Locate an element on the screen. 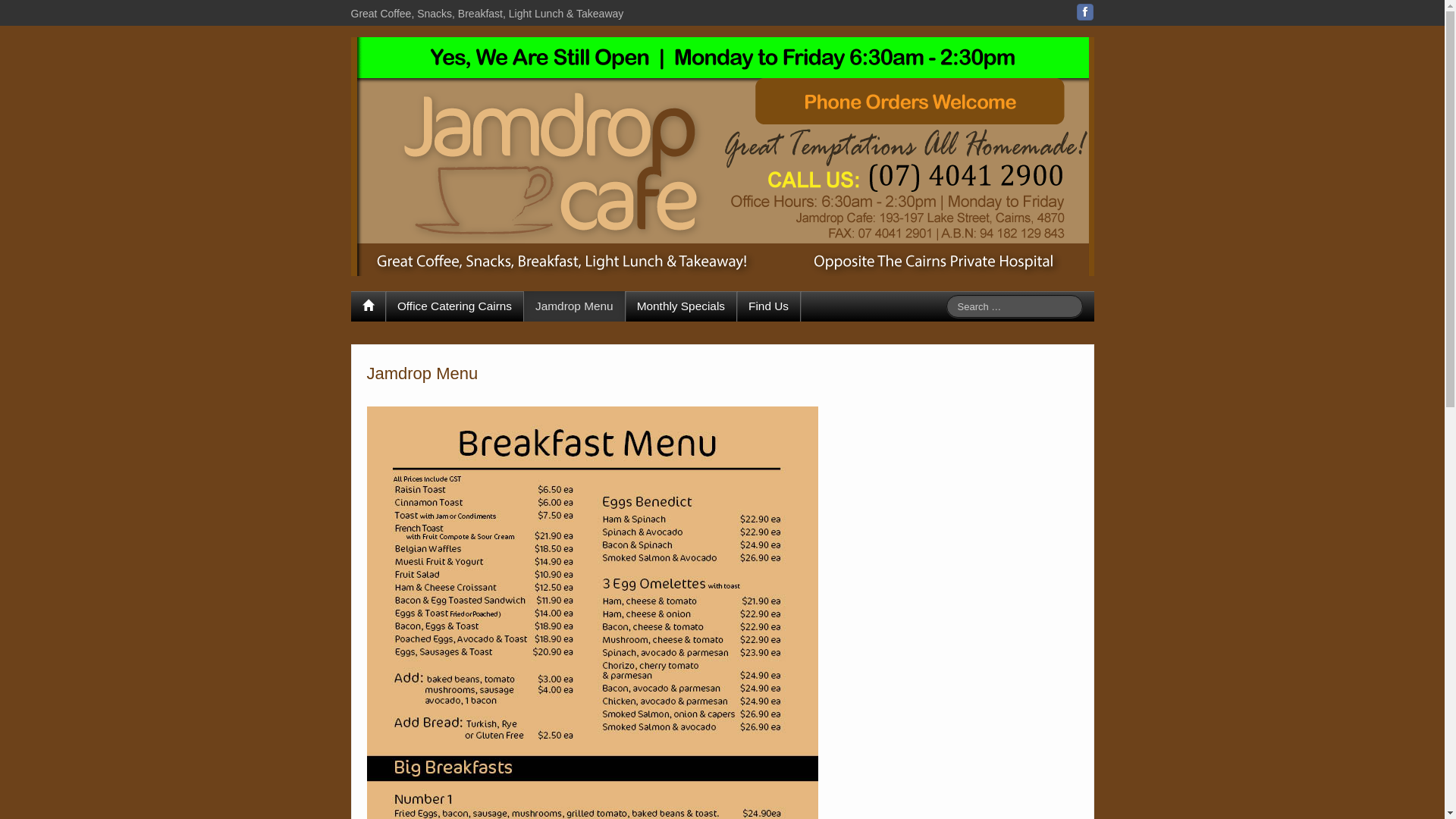 Image resolution: width=1456 pixels, height=819 pixels. 'Jamdrop Menu' is located at coordinates (573, 306).